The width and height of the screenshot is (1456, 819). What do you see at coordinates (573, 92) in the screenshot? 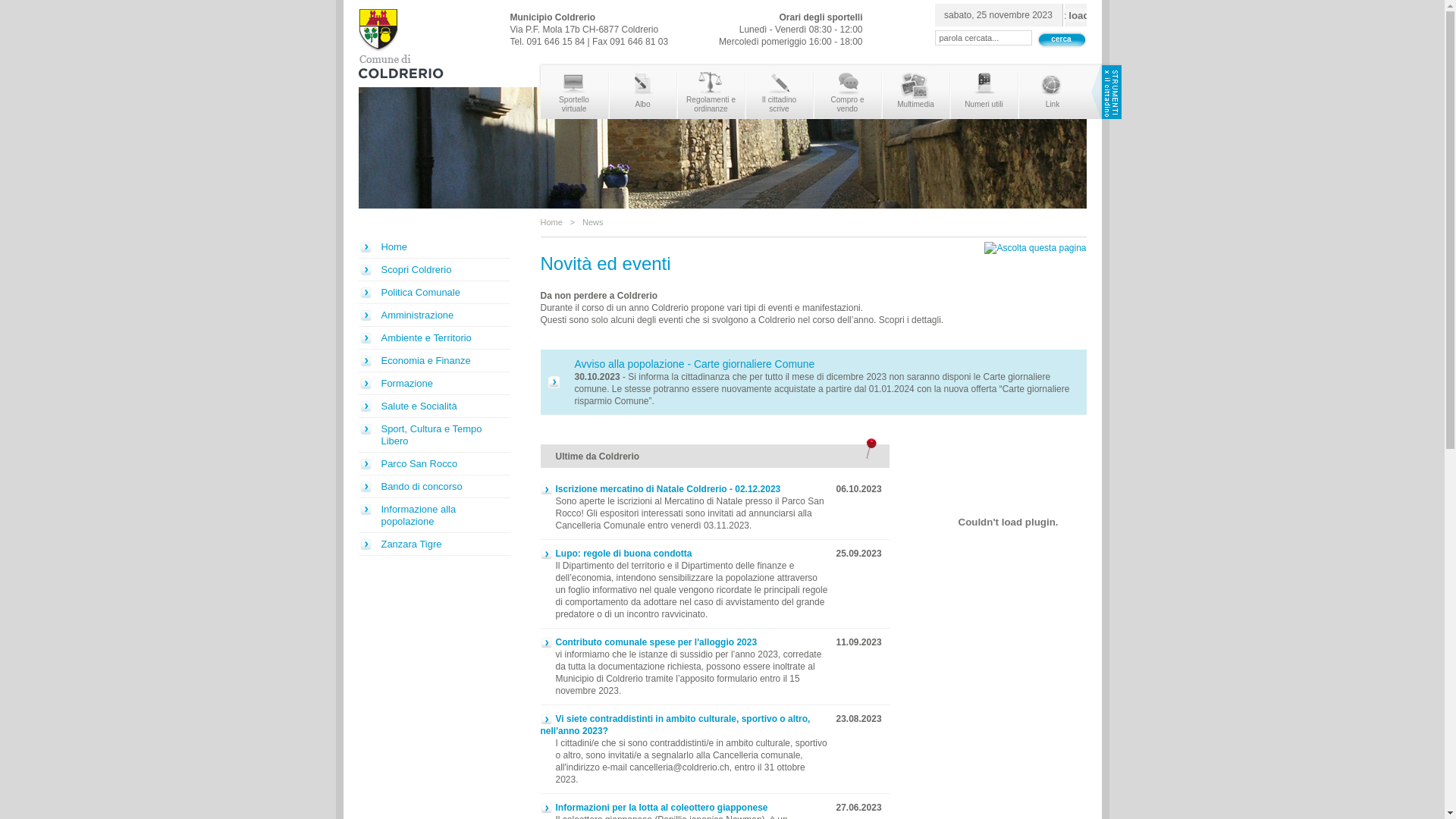
I see `'Sportello virtuale'` at bounding box center [573, 92].